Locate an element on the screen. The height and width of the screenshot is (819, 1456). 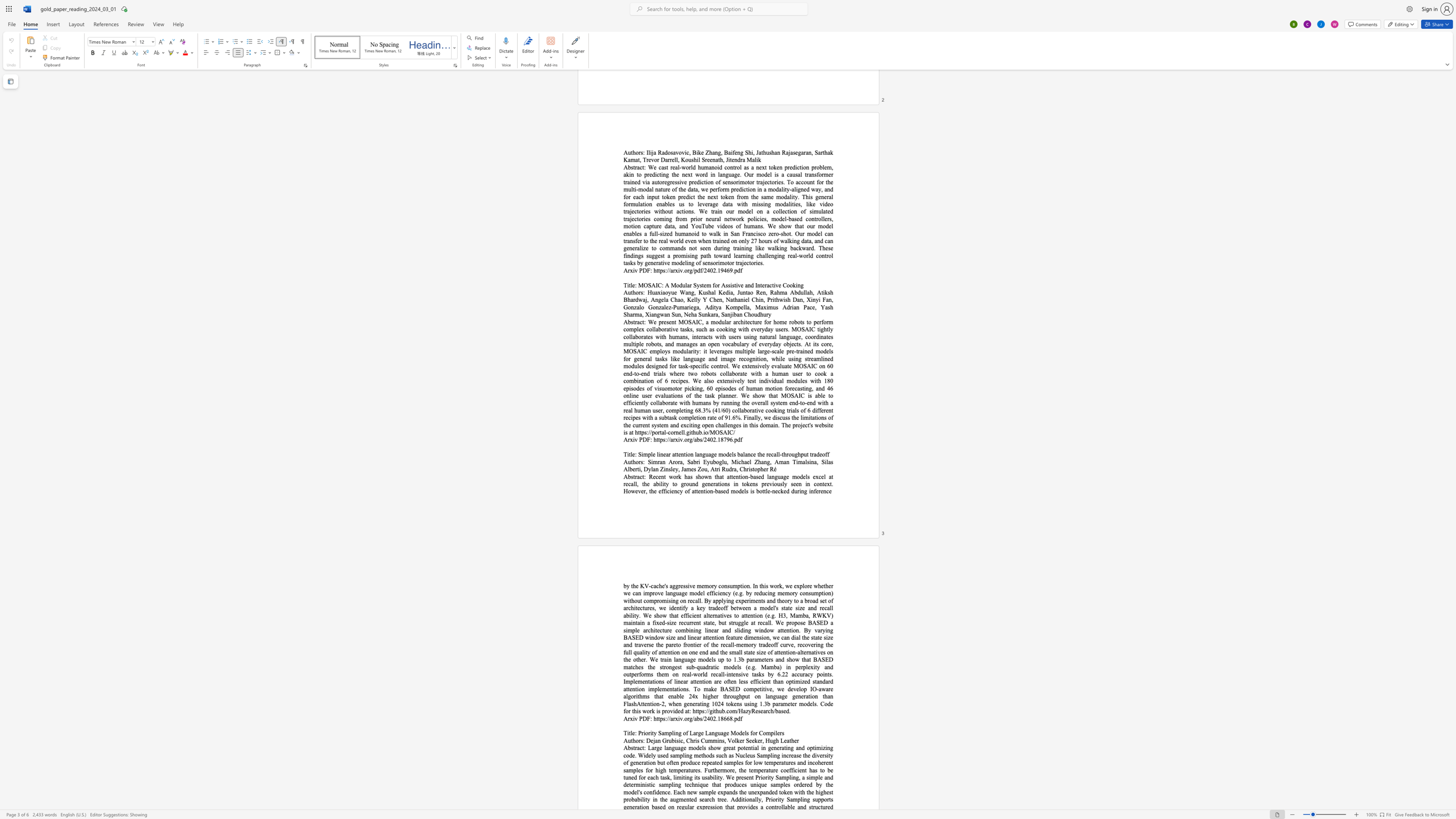
the 1th character "g" in the text is located at coordinates (691, 718).